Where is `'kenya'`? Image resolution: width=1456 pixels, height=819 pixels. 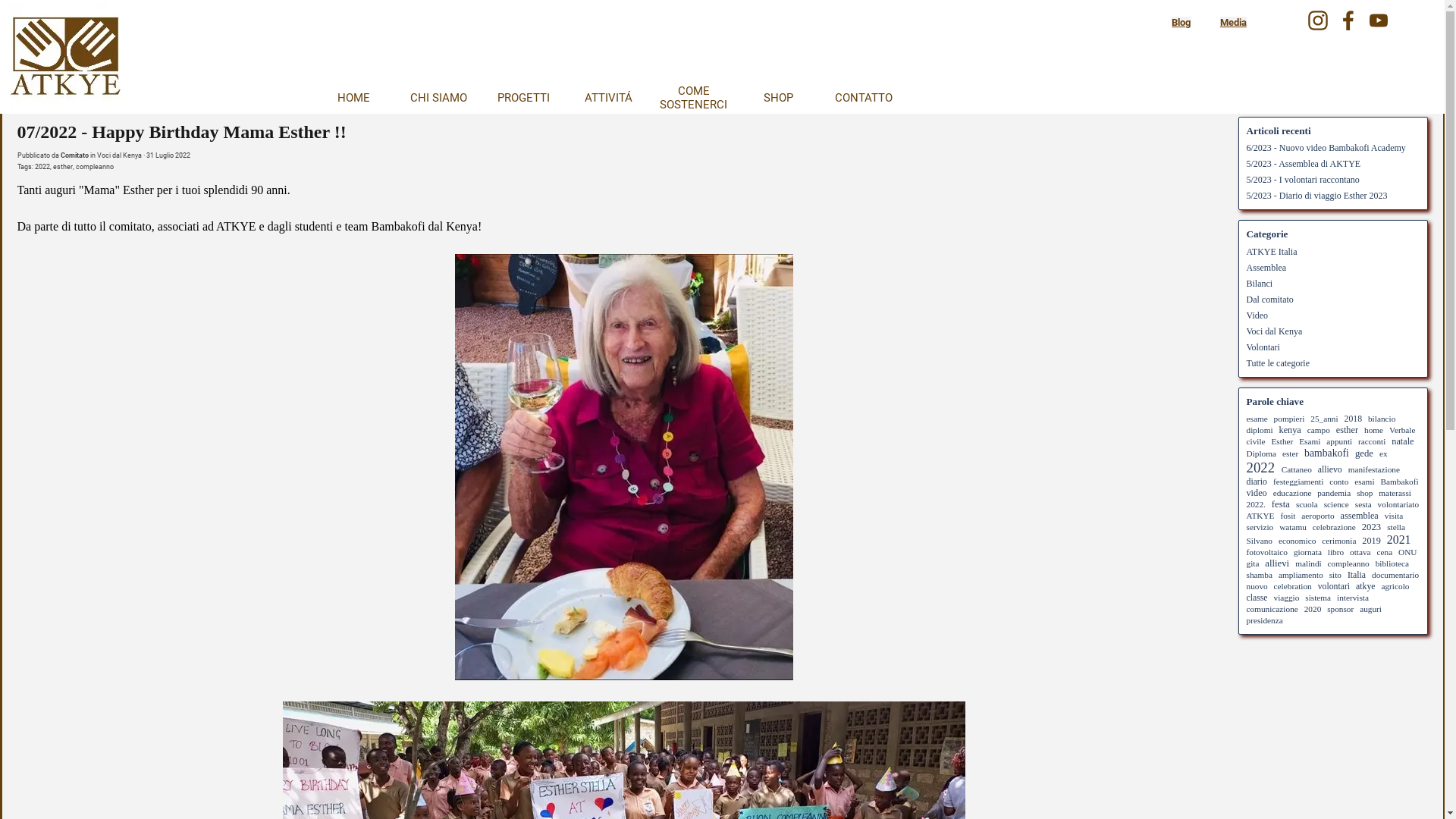 'kenya' is located at coordinates (1289, 430).